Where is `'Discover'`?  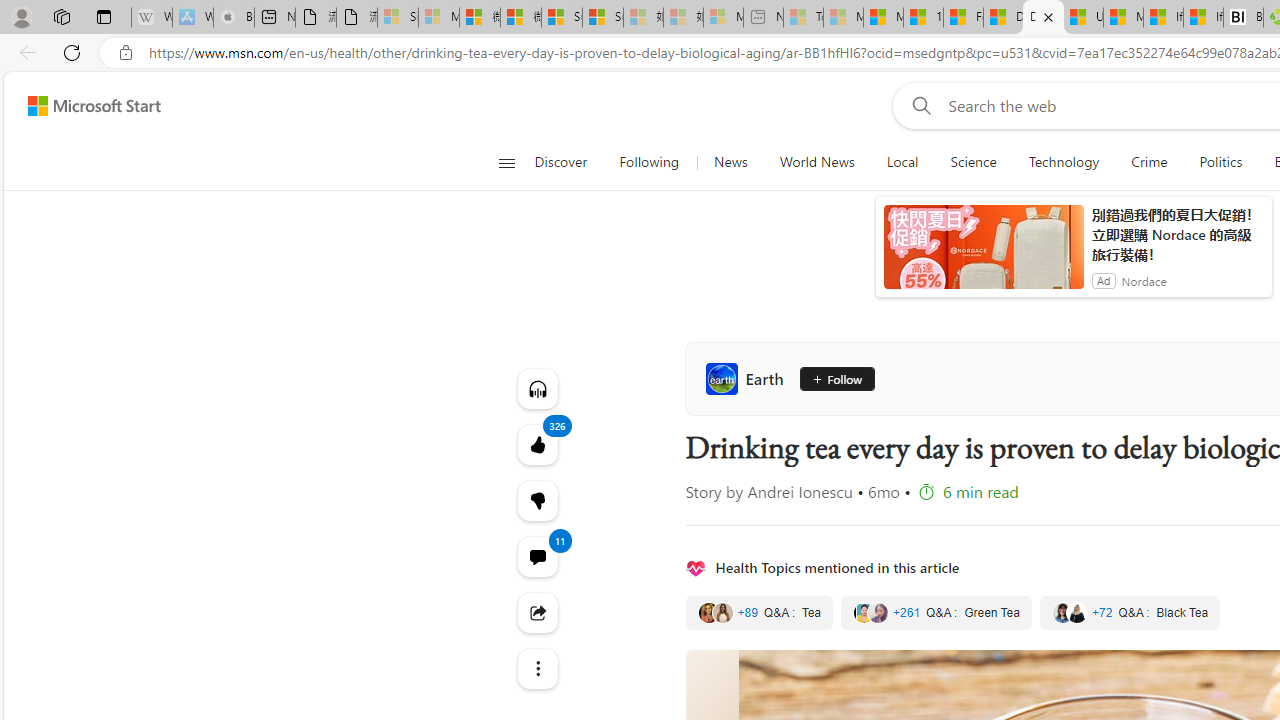 'Discover' is located at coordinates (560, 162).